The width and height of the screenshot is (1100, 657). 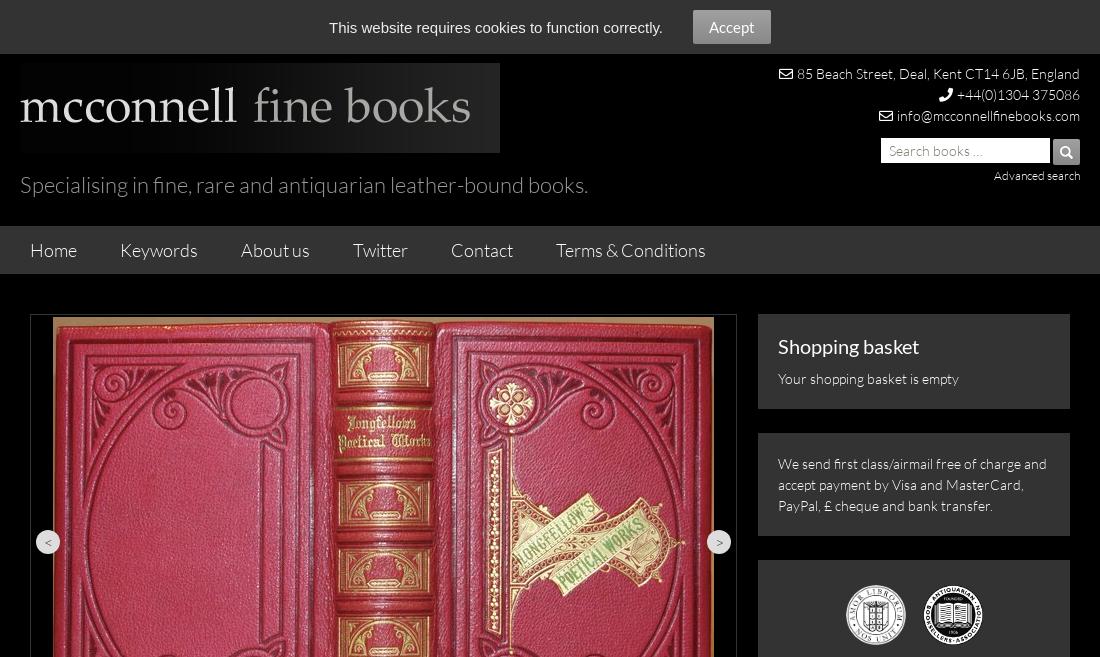 I want to click on 'This website requires cookies to function correctly.', so click(x=495, y=27).